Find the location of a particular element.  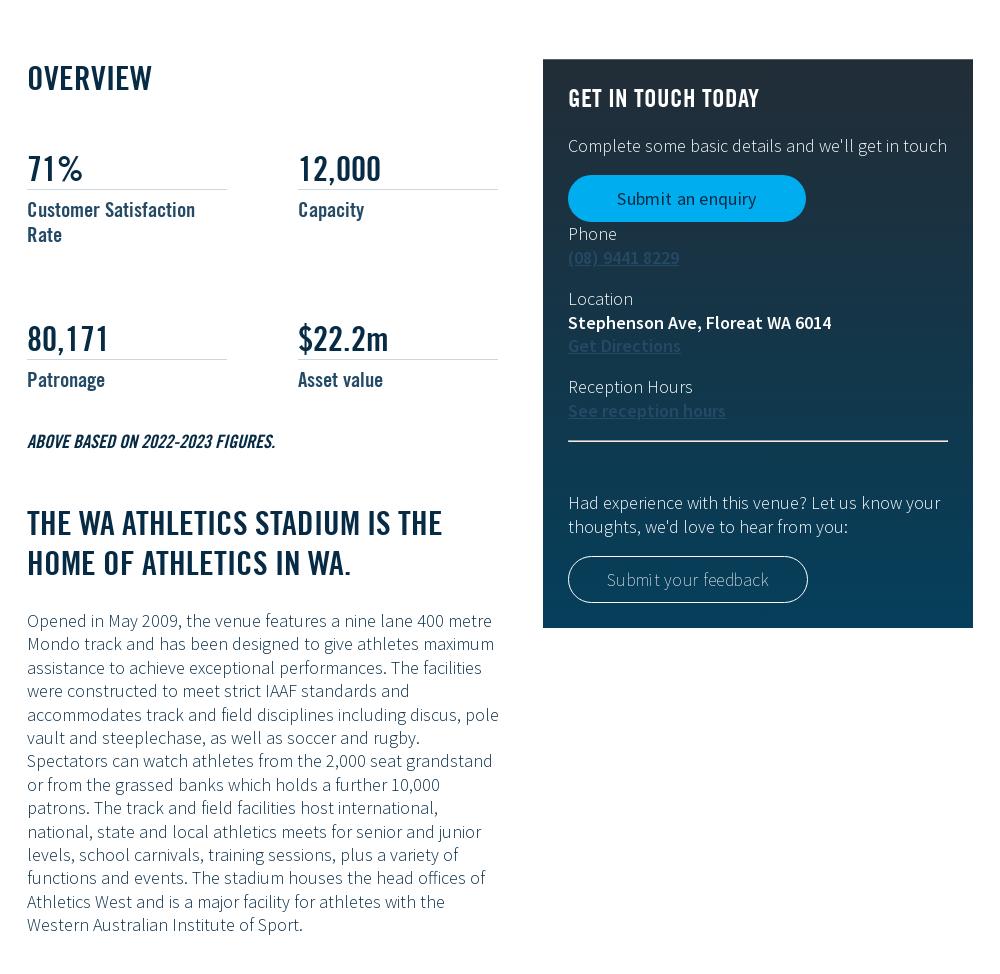

'Customer Satisfaction Rate' is located at coordinates (110, 221).